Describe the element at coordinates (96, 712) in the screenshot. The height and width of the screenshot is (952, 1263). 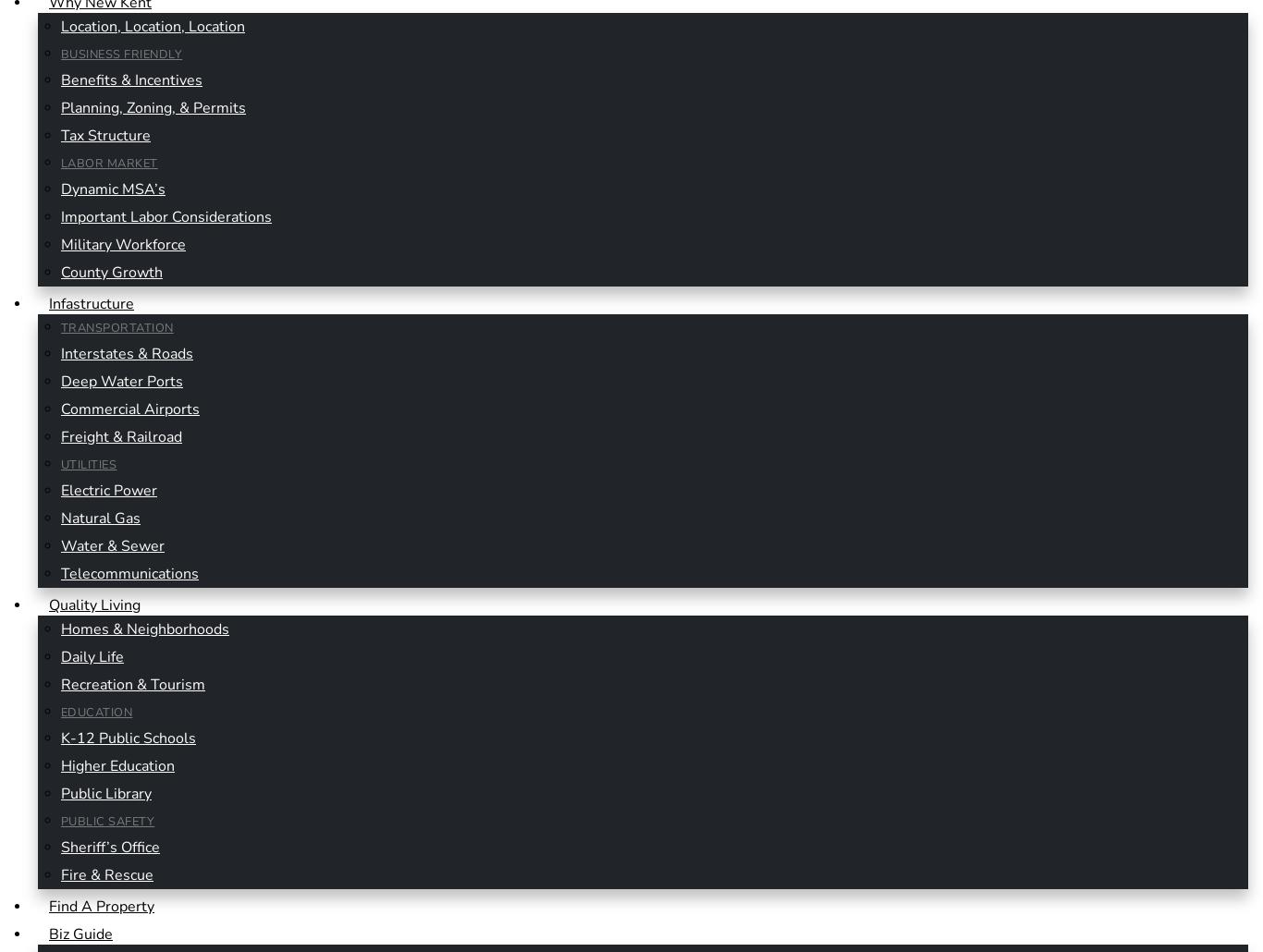
I see `'Education'` at that location.